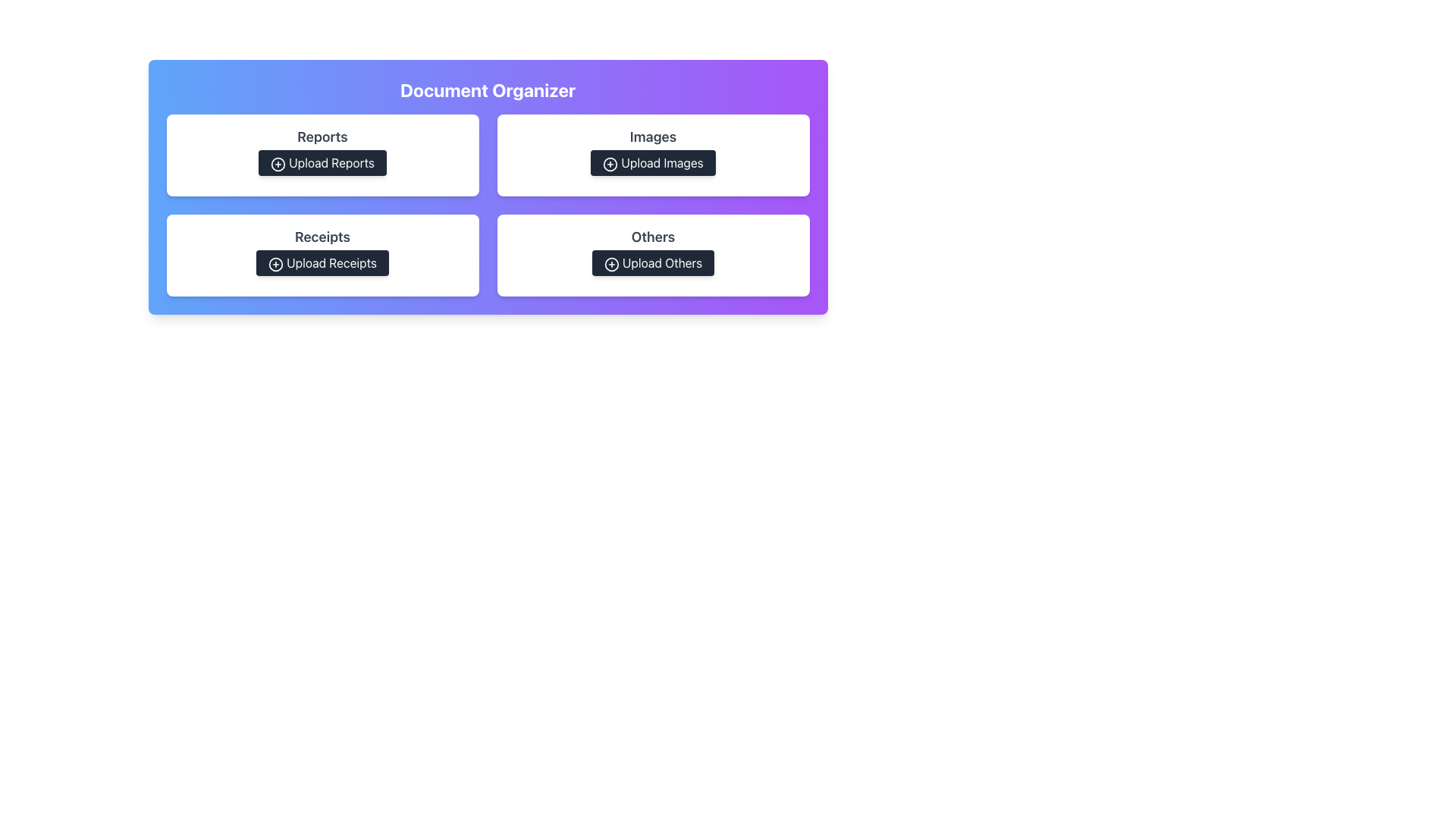 This screenshot has width=1456, height=819. What do you see at coordinates (322, 237) in the screenshot?
I see `the text header labeled 'Receipts', which is bold, medium-large, and grayish, located above the 'Upload Receipts' button within a rounded white card` at bounding box center [322, 237].